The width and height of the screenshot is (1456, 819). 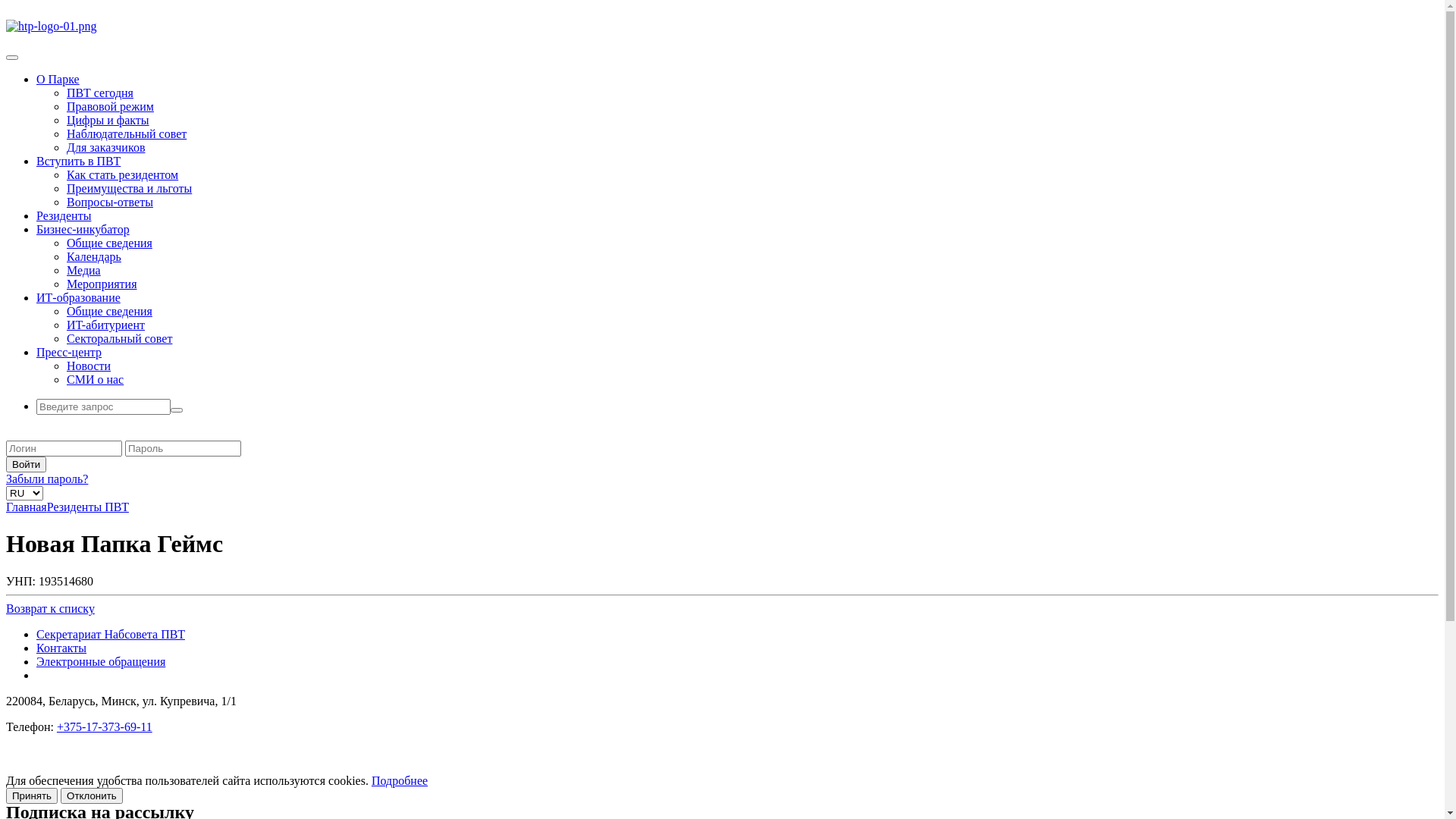 I want to click on '+375-17-373-69-11', so click(x=104, y=726).